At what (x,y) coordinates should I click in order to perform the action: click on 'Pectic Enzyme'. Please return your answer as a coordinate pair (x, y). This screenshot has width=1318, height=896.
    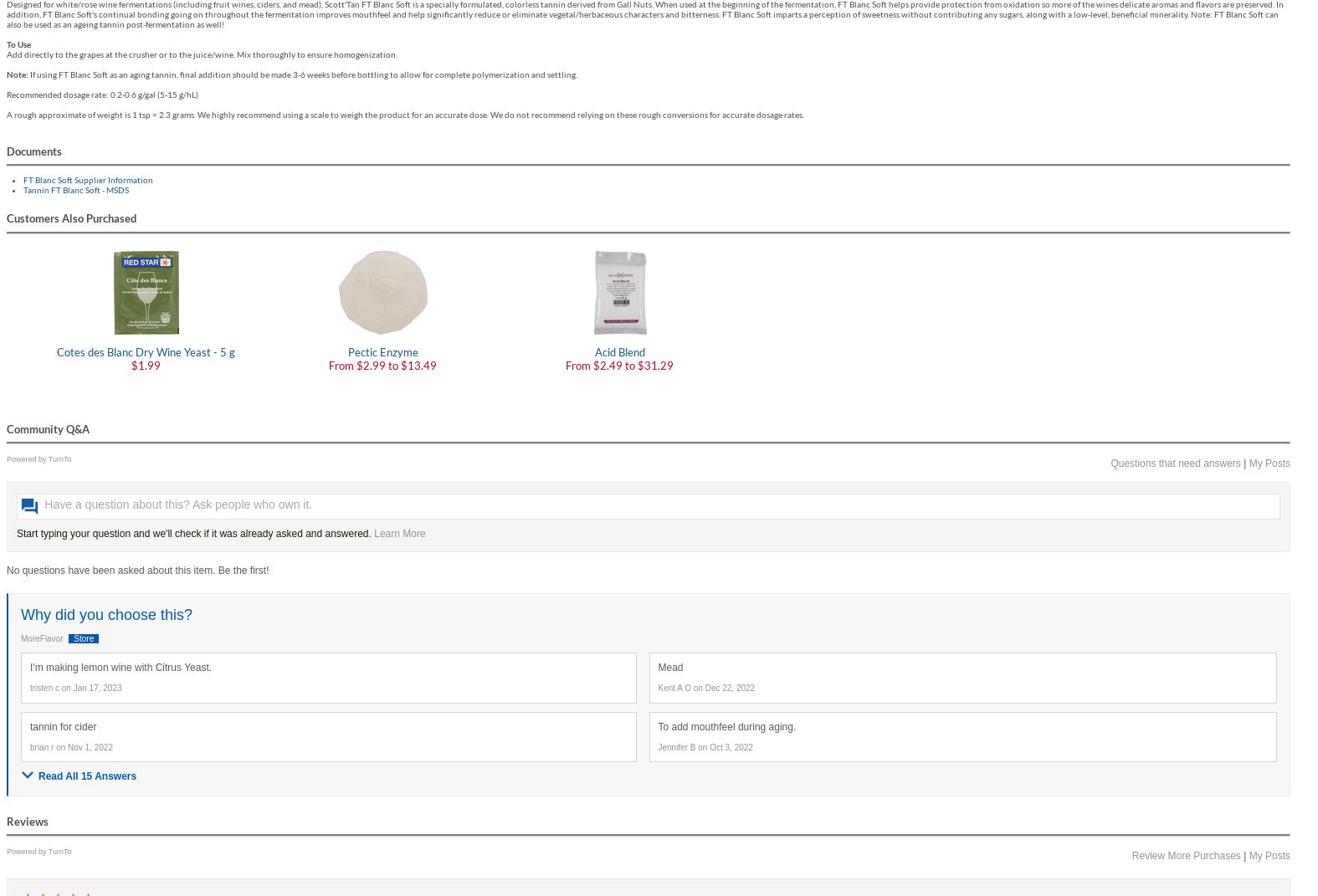
    Looking at the image, I should click on (382, 351).